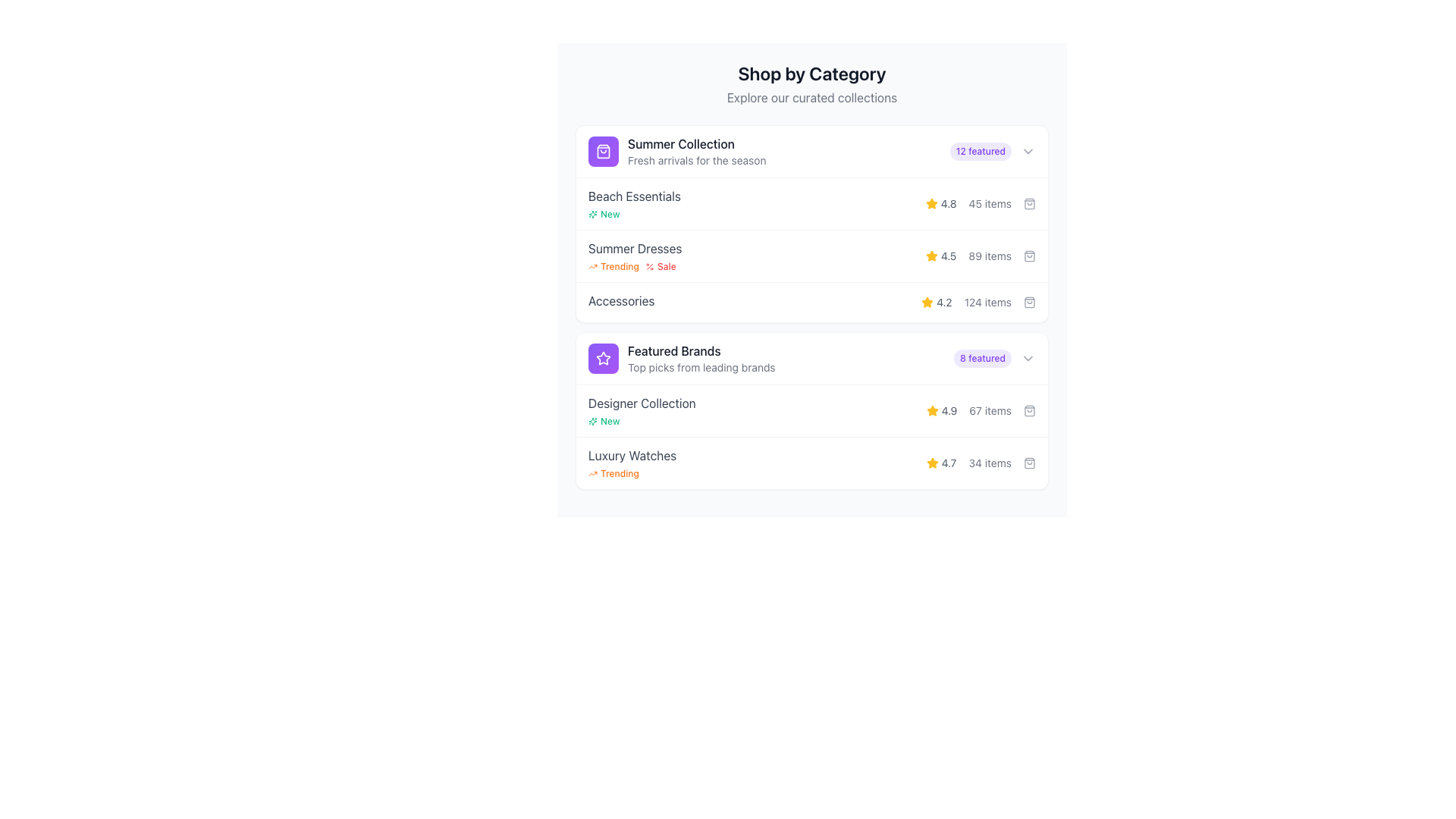 The height and width of the screenshot is (819, 1456). What do you see at coordinates (943, 302) in the screenshot?
I see `the text label displaying the numerical rating (4.2) for the 'Accessories' category` at bounding box center [943, 302].